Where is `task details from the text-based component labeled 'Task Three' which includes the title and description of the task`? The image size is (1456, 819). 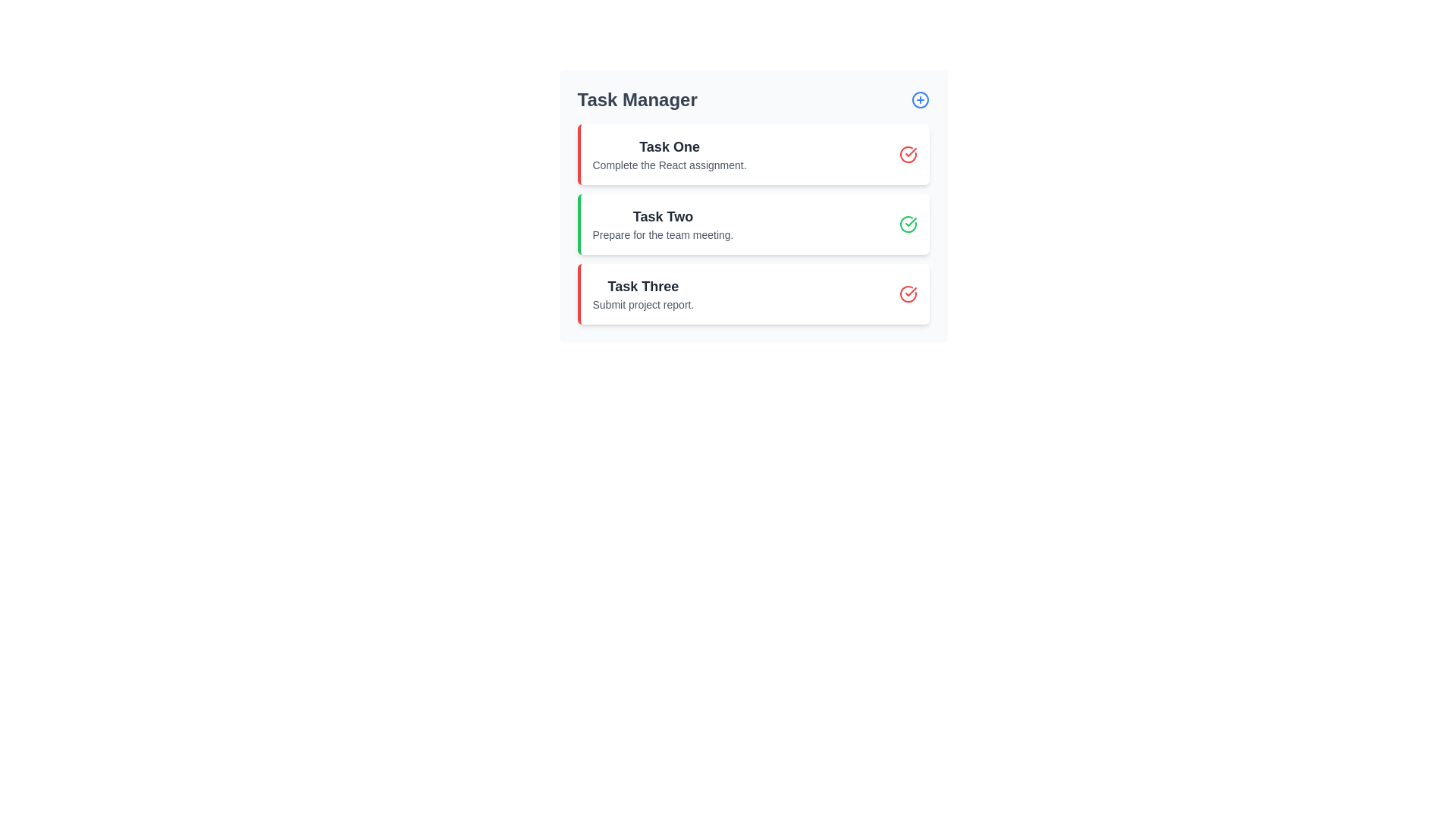
task details from the text-based component labeled 'Task Three' which includes the title and description of the task is located at coordinates (643, 294).